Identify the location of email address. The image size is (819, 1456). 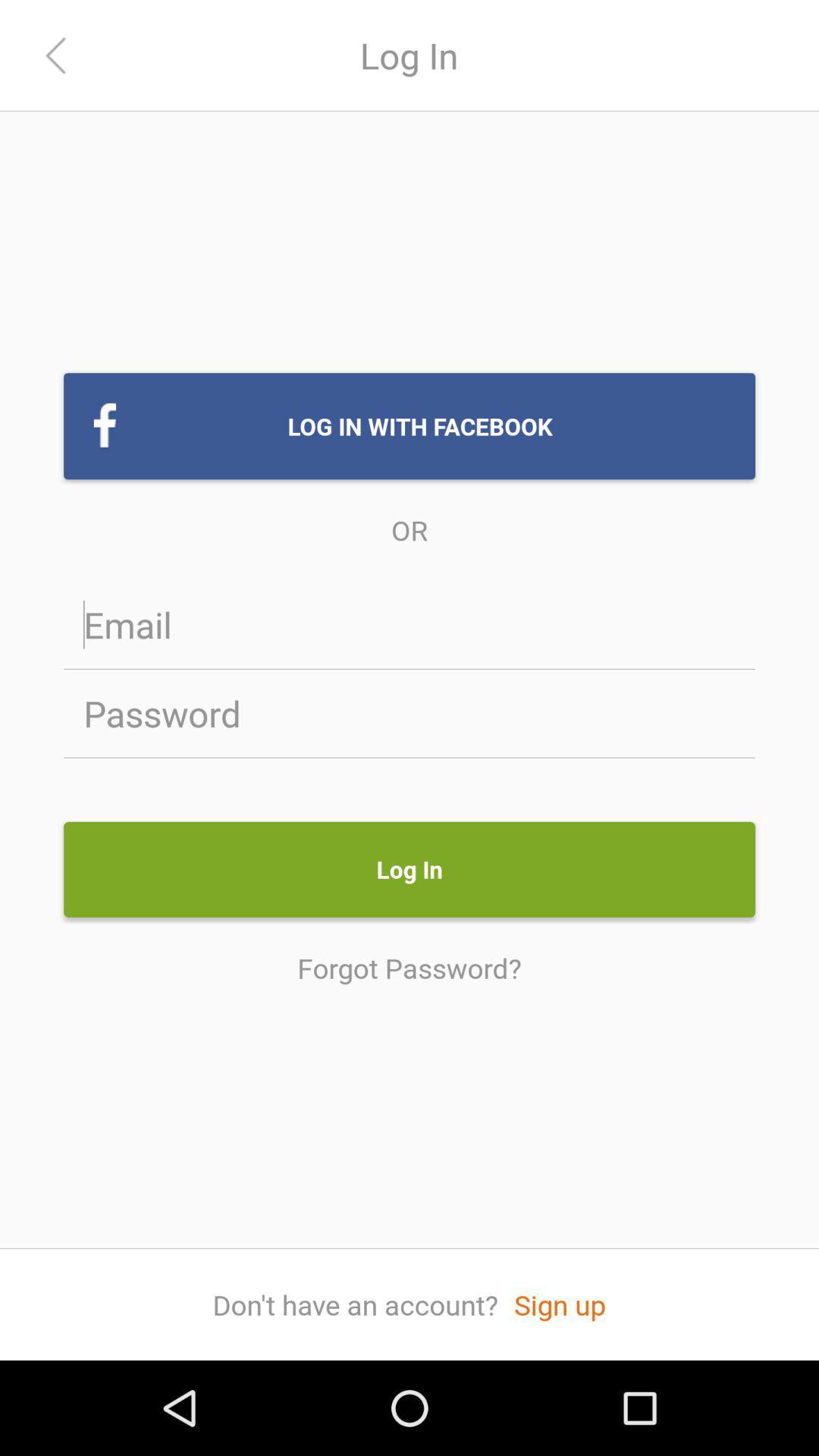
(409, 624).